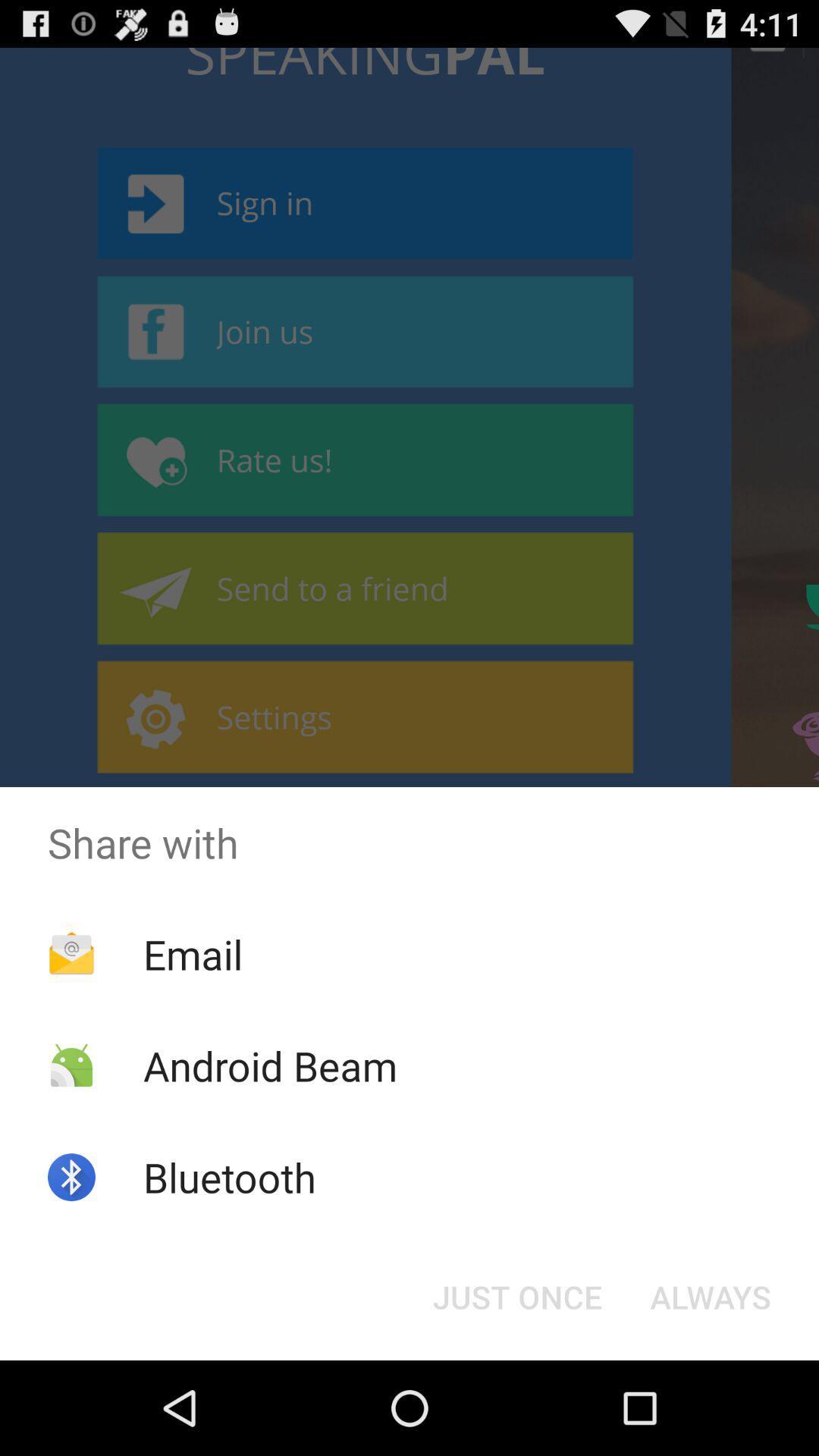 The image size is (819, 1456). I want to click on the app below share with item, so click(711, 1295).